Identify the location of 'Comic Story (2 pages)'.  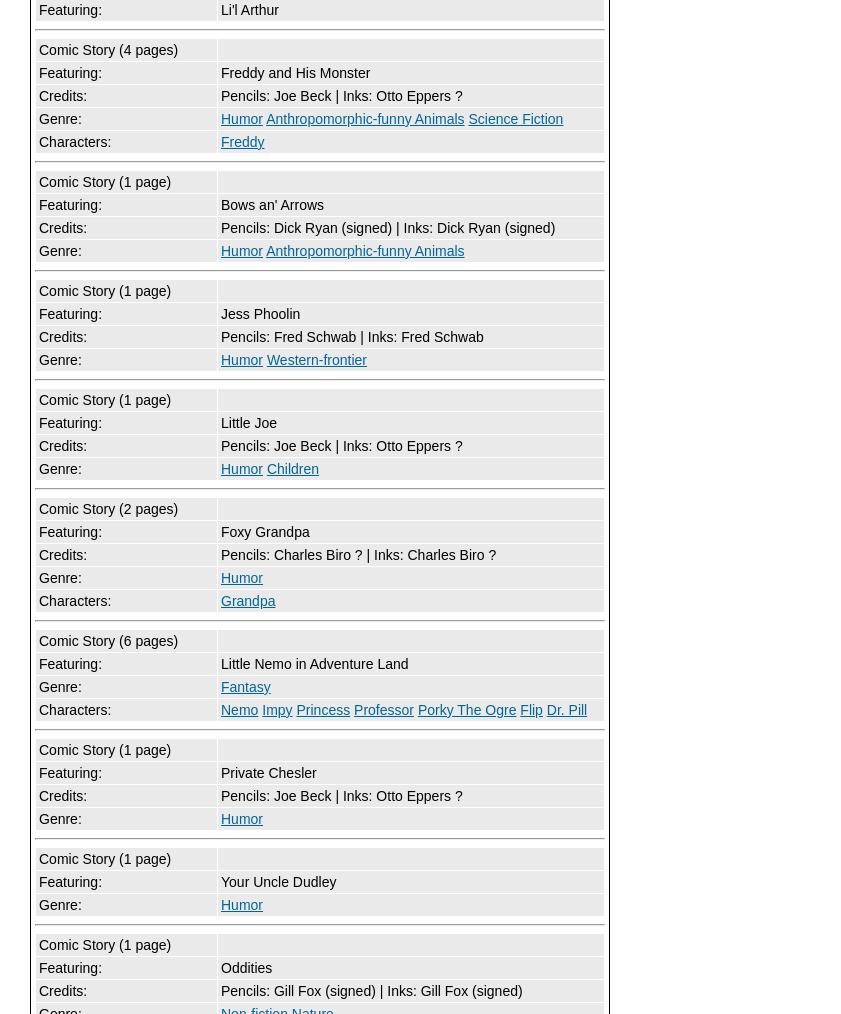
(38, 508).